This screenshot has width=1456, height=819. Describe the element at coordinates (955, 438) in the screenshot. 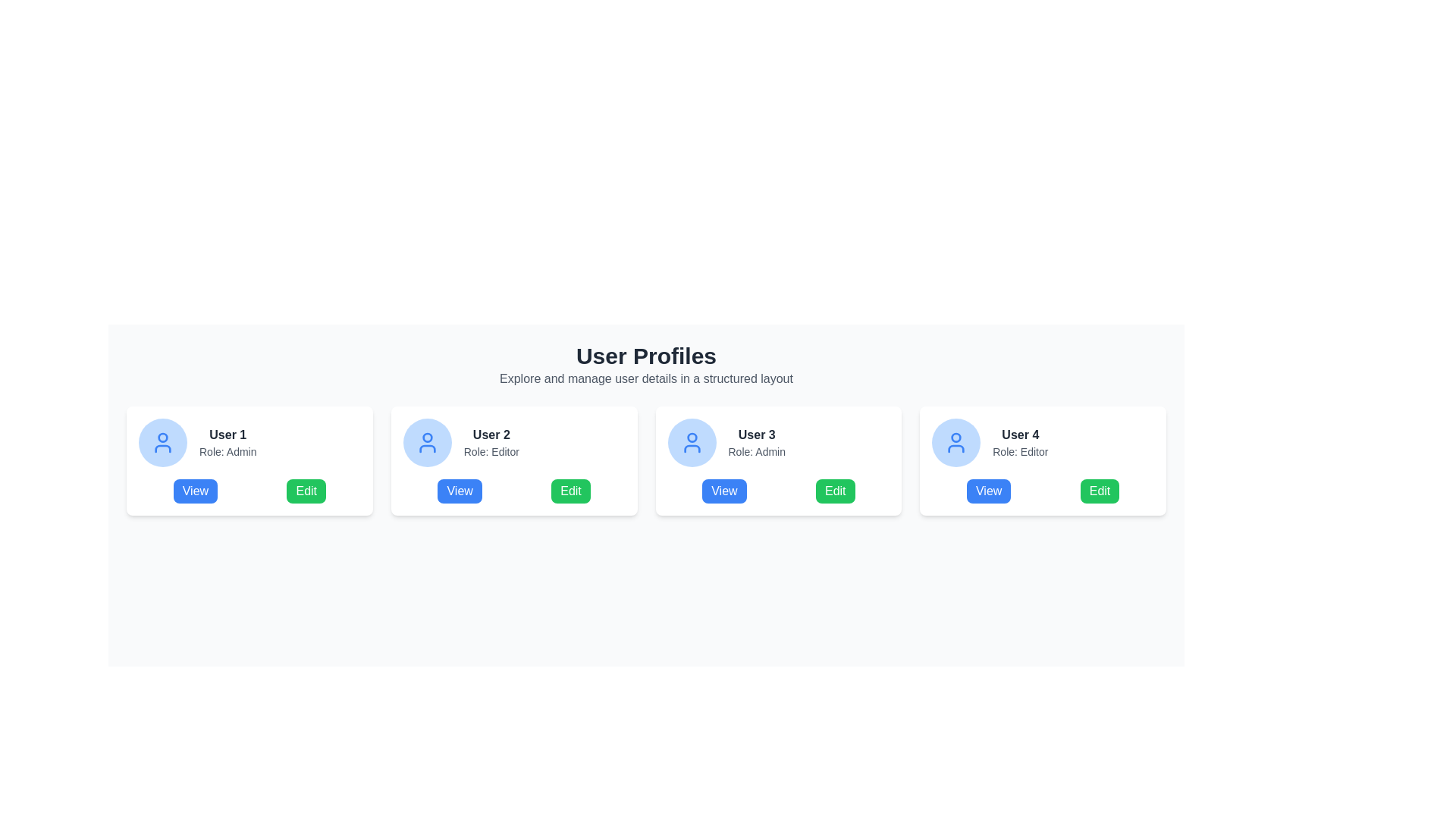

I see `the circular icon resembling a profile picture or avatar located in the top-left corner of the card labeled 'User 4: Role Editor'` at that location.